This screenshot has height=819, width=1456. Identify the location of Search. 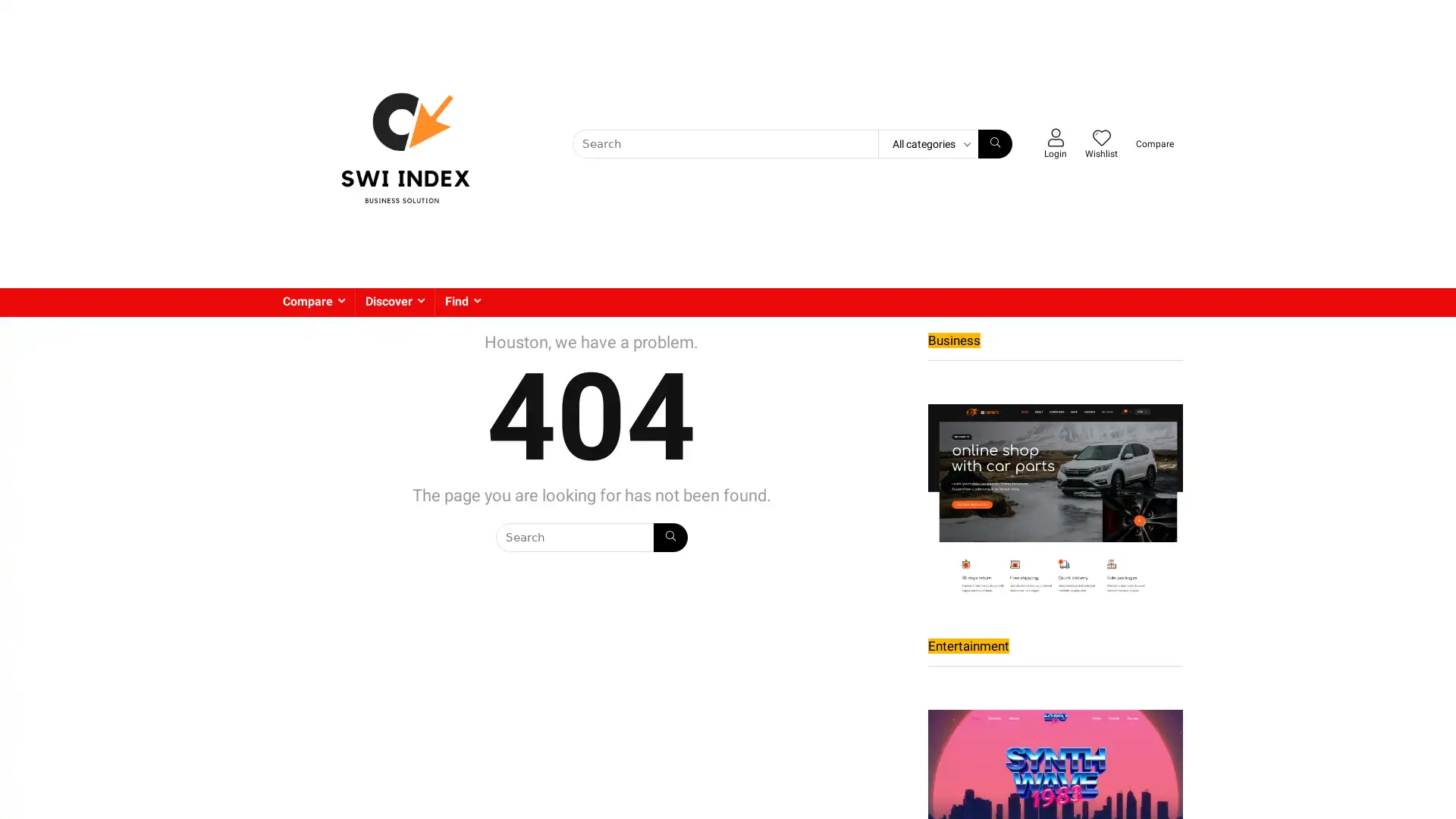
(669, 537).